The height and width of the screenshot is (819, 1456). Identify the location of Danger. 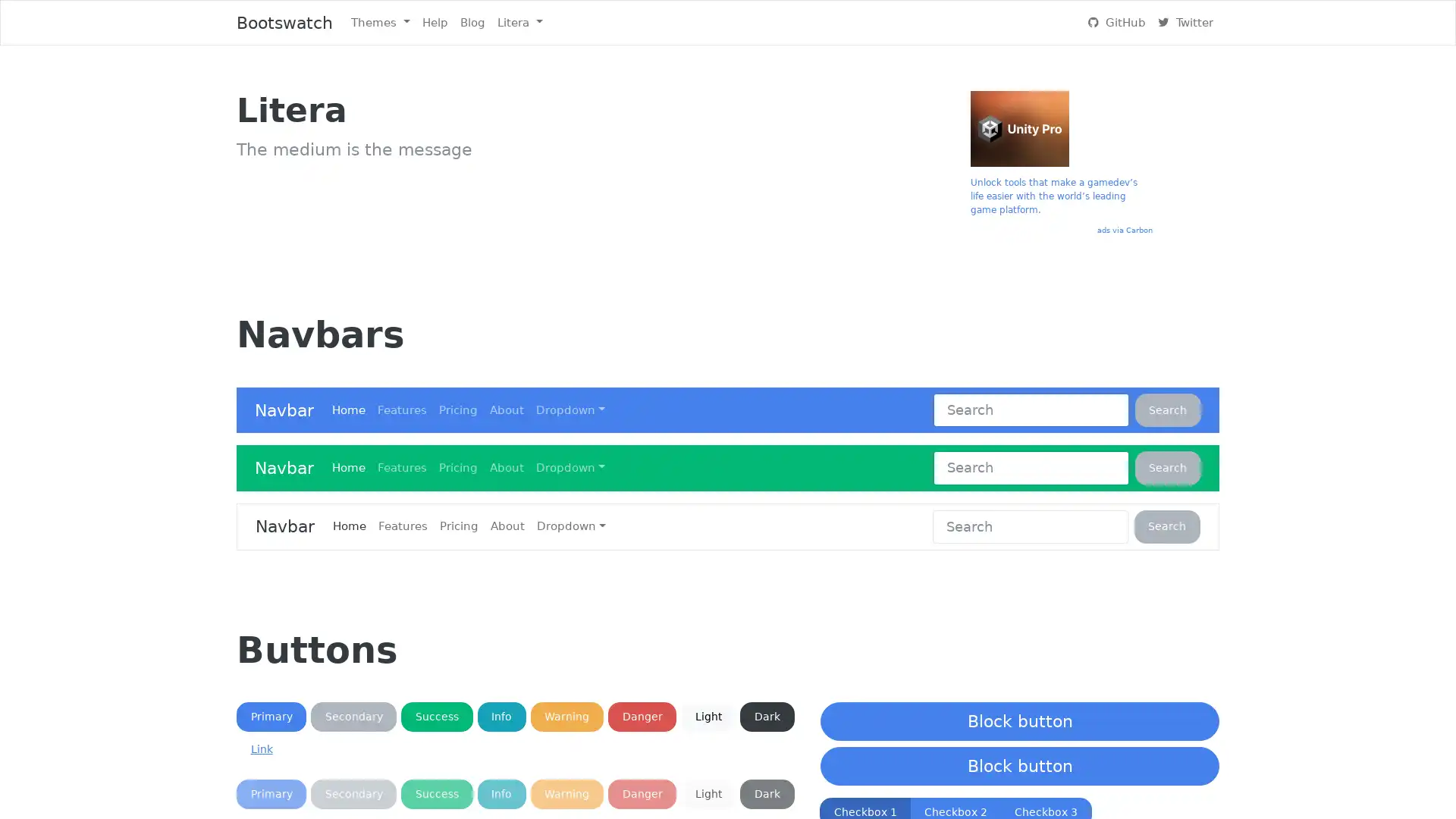
(642, 793).